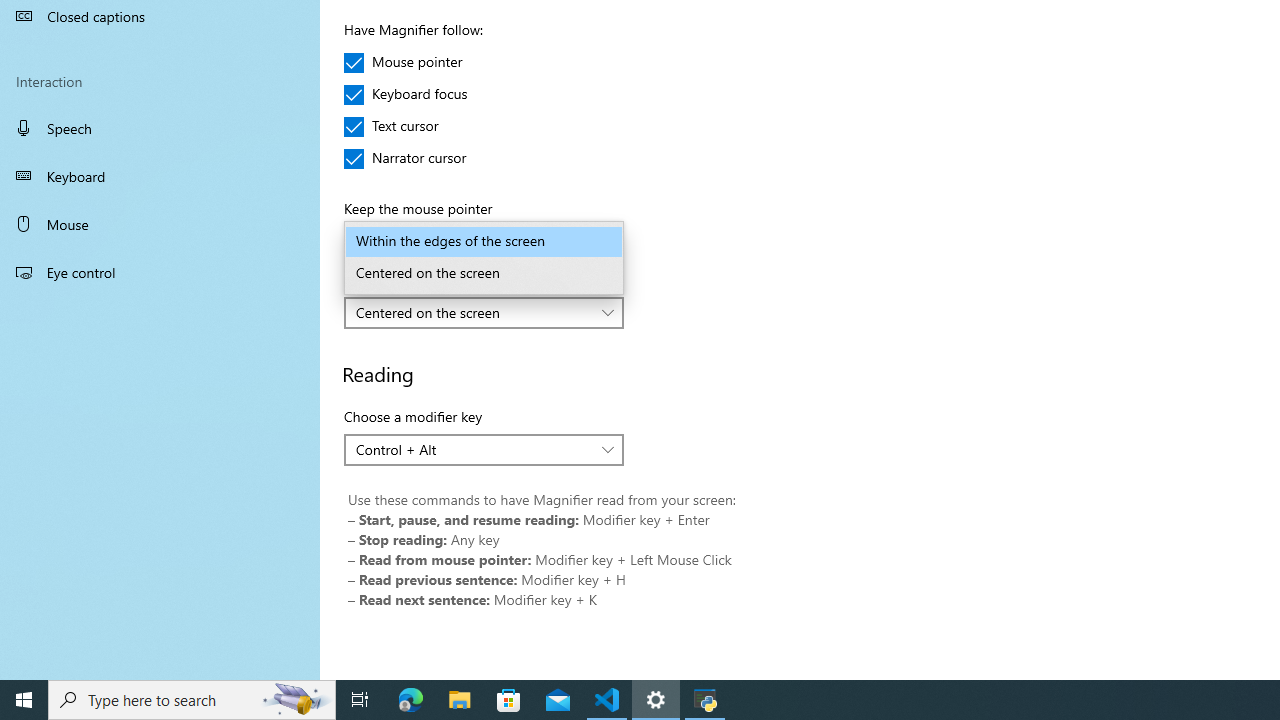 This screenshot has width=1280, height=720. What do you see at coordinates (160, 271) in the screenshot?
I see `'Eye control'` at bounding box center [160, 271].